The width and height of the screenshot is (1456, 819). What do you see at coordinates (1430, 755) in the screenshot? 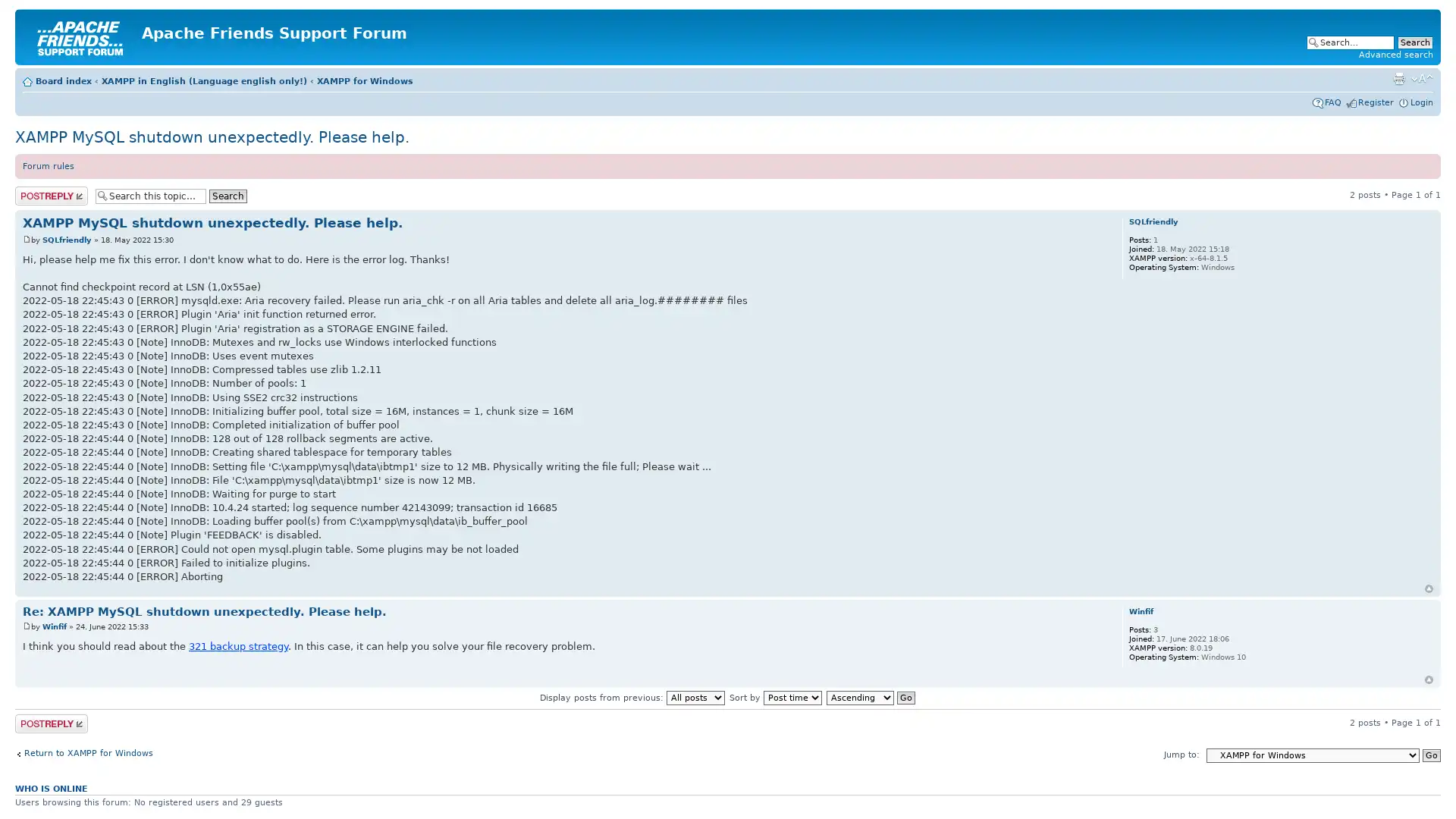
I see `Go` at bounding box center [1430, 755].